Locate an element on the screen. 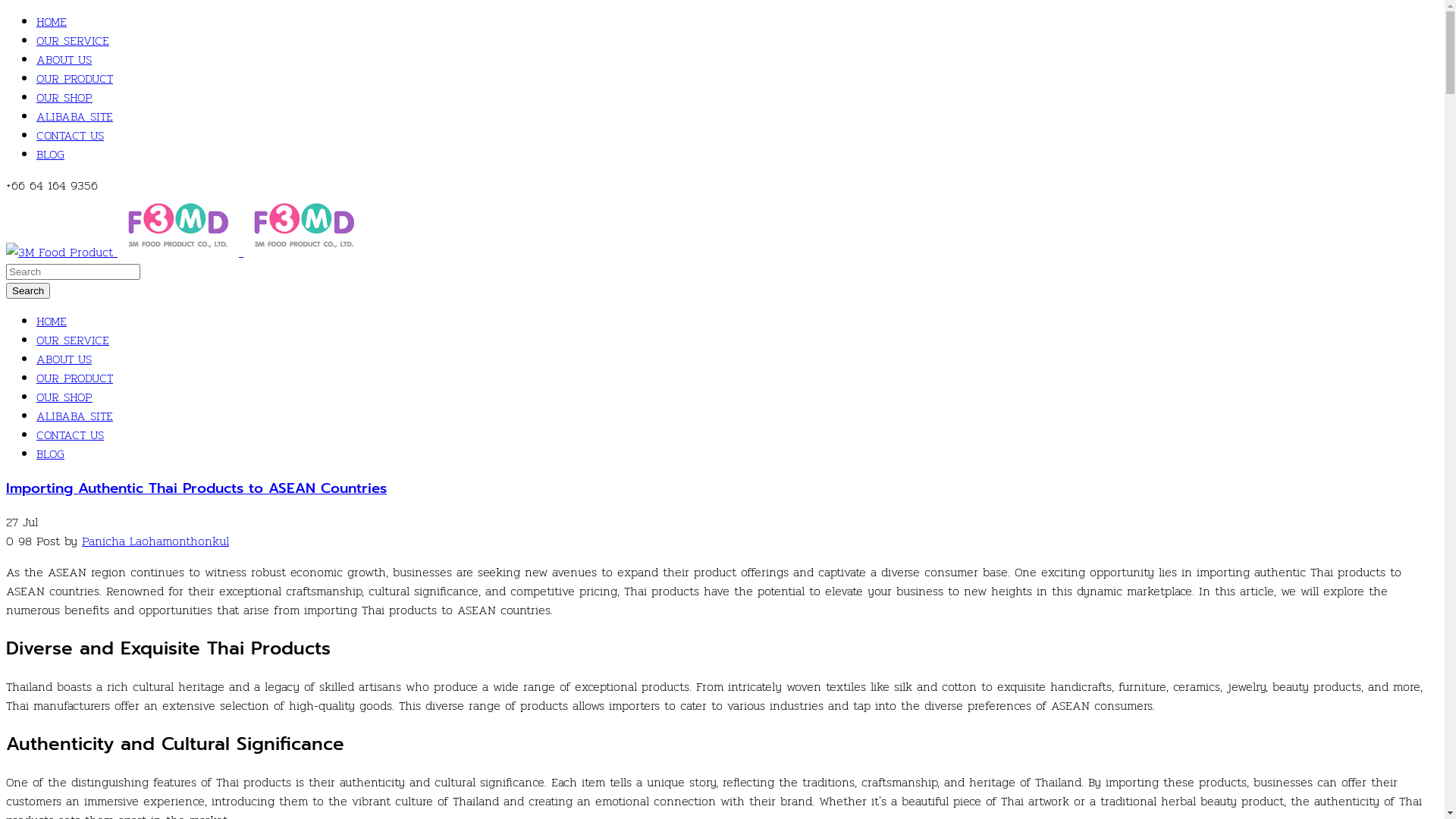  '3M Food Product' is located at coordinates (303, 225).